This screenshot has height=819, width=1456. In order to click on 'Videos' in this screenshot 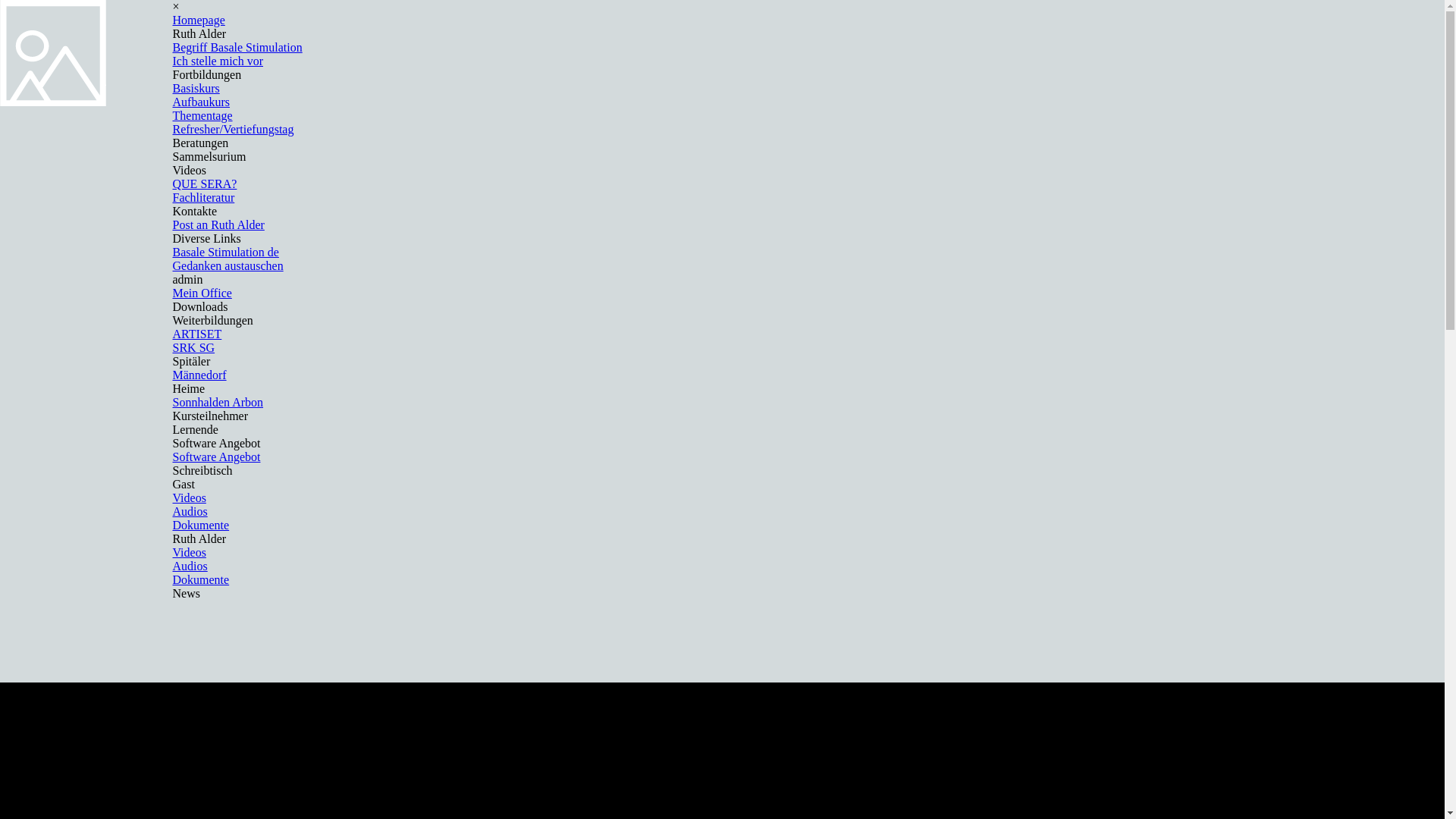, I will do `click(172, 497)`.